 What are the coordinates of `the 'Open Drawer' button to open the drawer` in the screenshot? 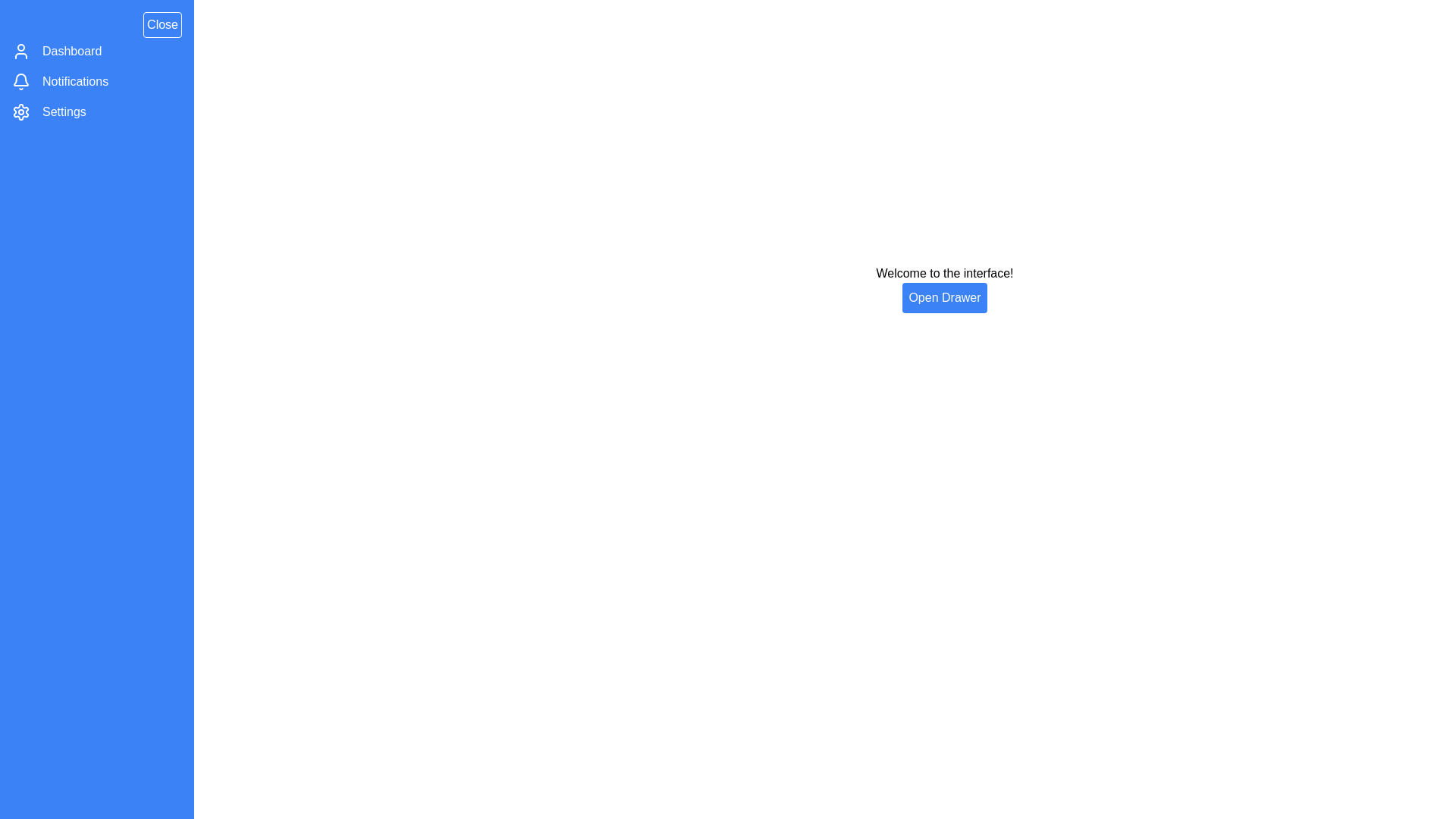 It's located at (944, 298).